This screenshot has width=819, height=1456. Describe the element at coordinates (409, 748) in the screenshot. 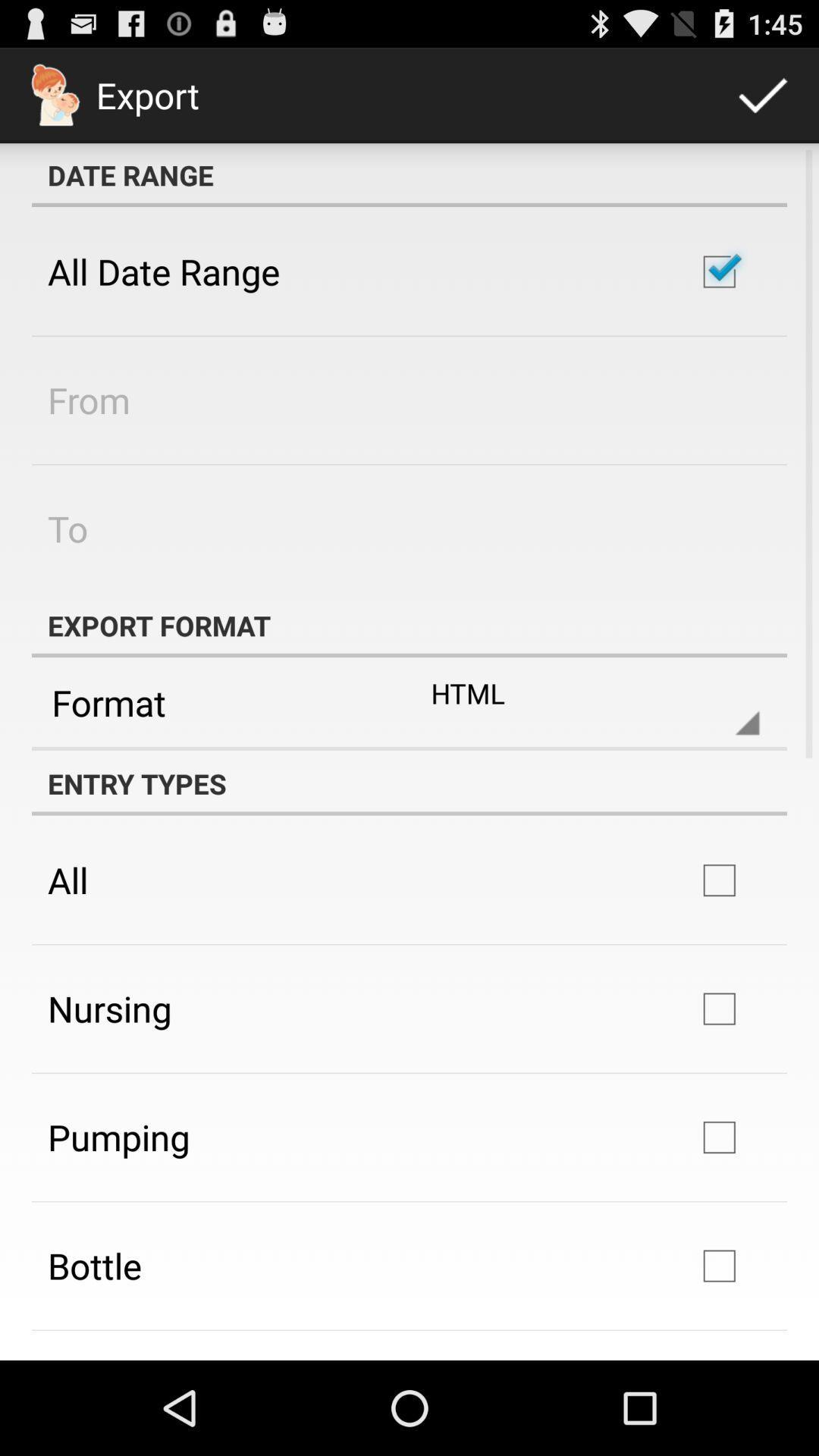

I see `icon above entry types item` at that location.